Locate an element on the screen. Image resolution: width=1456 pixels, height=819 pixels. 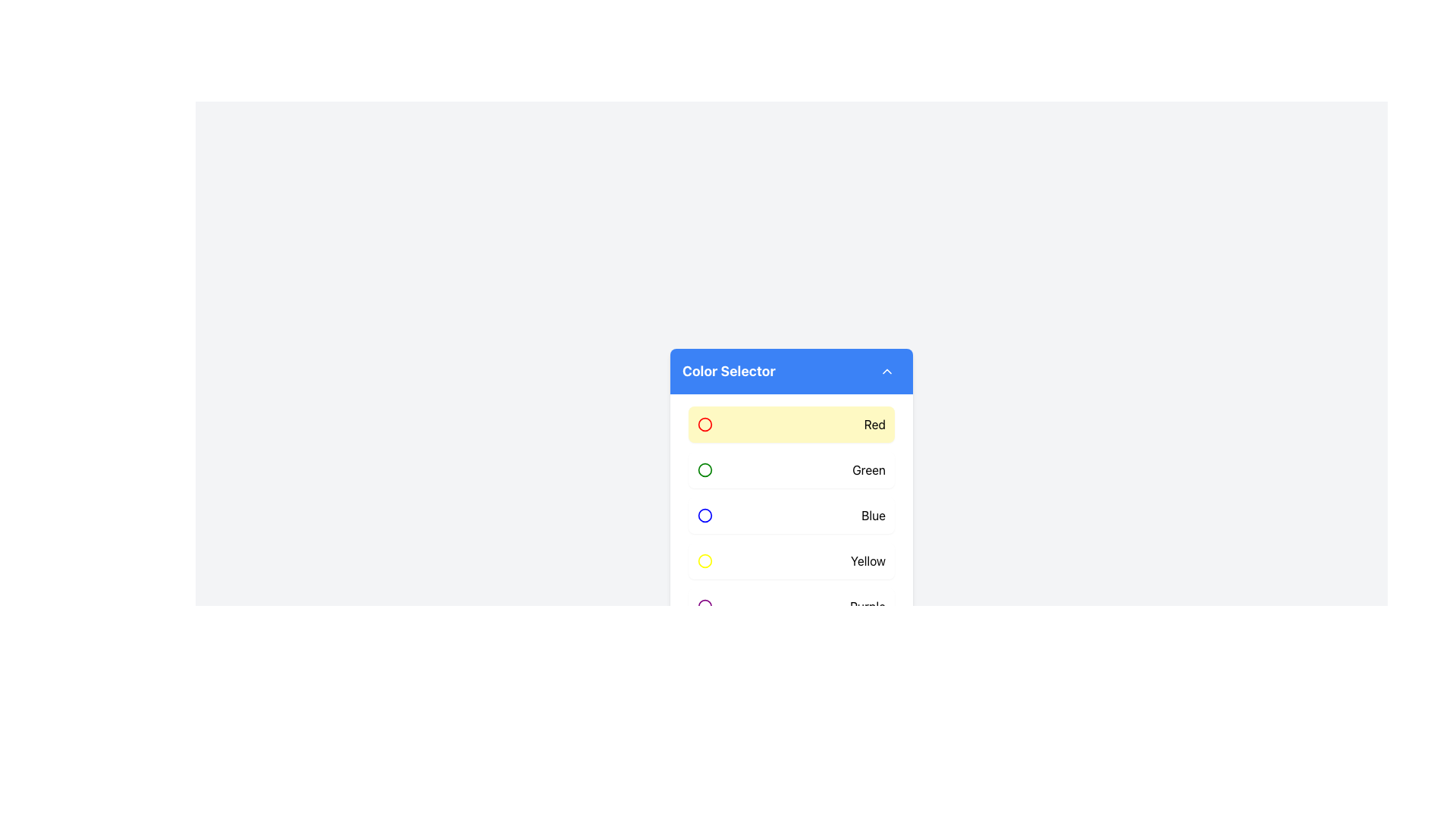
the fourth list item labeled 'Yellow' is located at coordinates (790, 561).